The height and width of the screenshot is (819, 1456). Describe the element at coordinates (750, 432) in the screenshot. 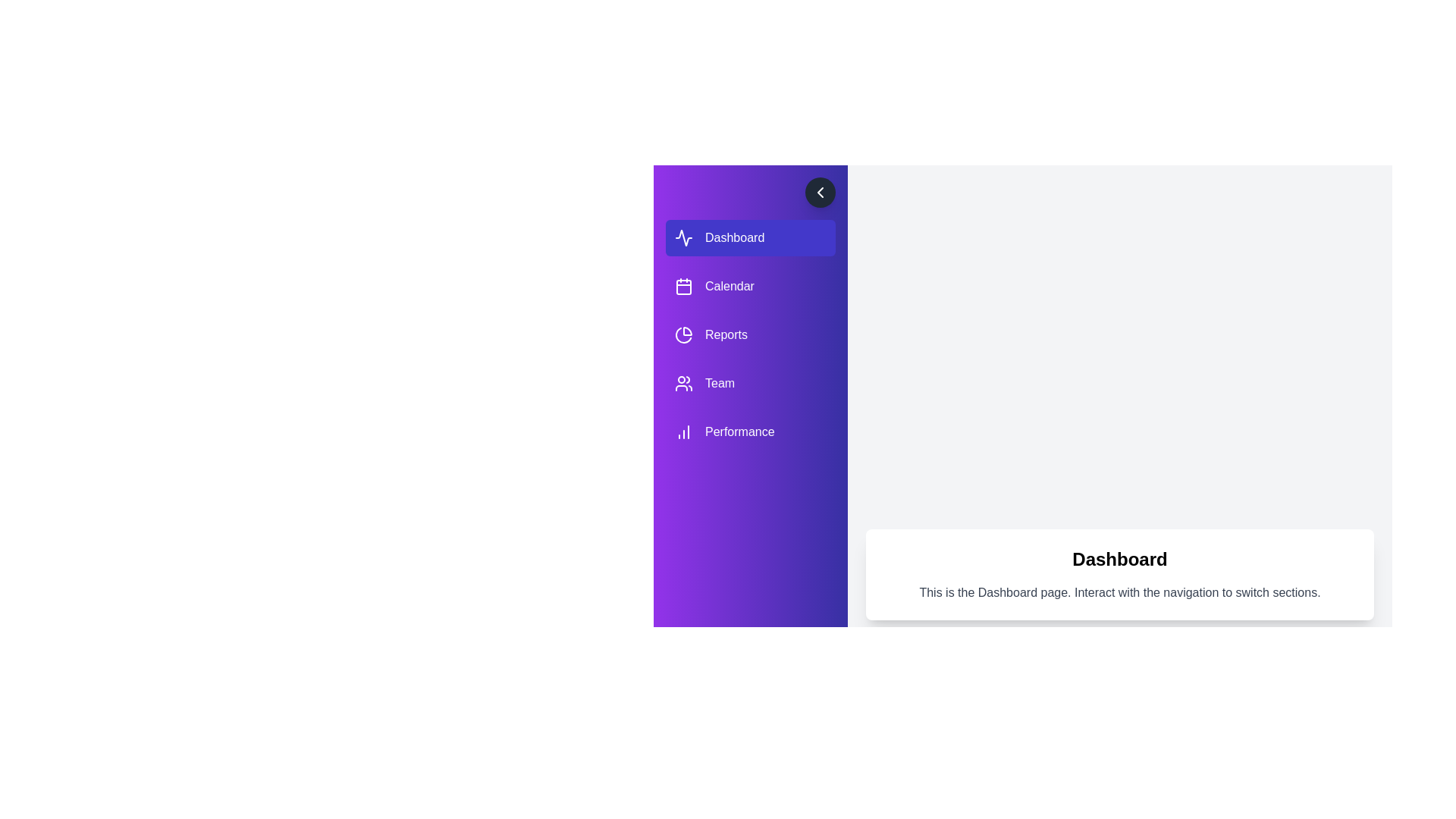

I see `the Performance tab to switch the displayed content` at that location.